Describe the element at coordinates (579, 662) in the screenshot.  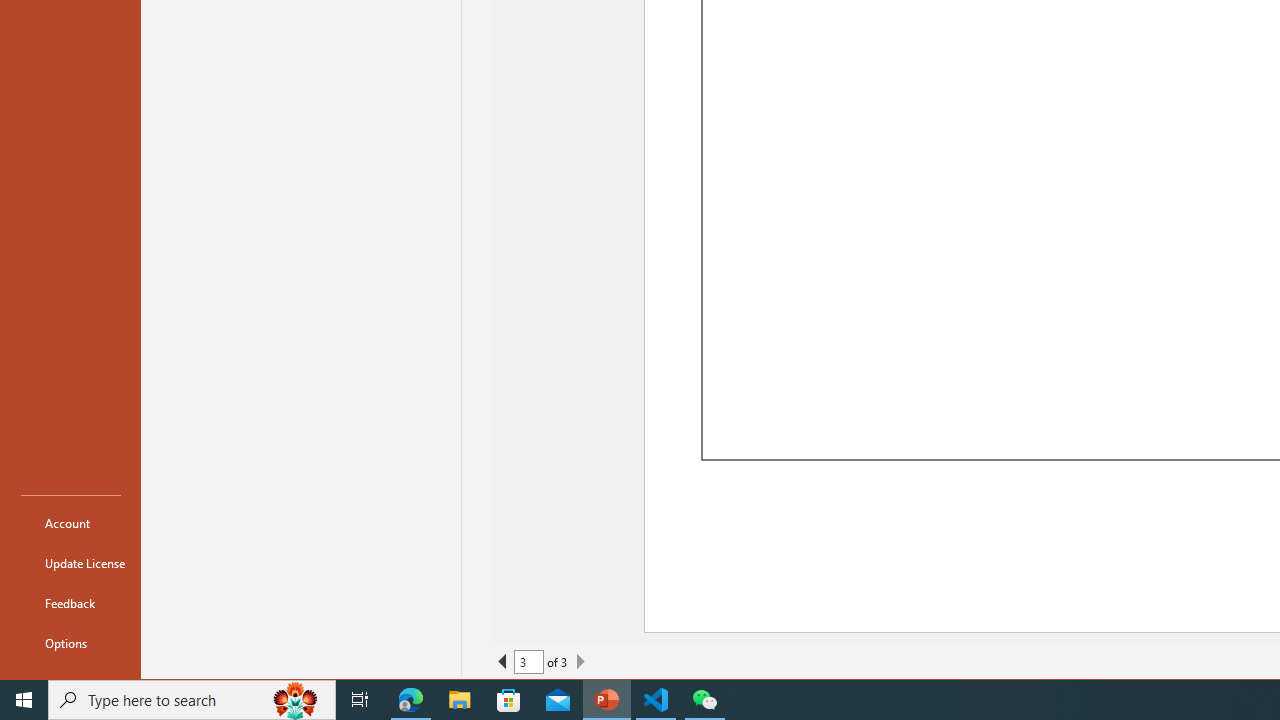
I see `'Next Page'` at that location.